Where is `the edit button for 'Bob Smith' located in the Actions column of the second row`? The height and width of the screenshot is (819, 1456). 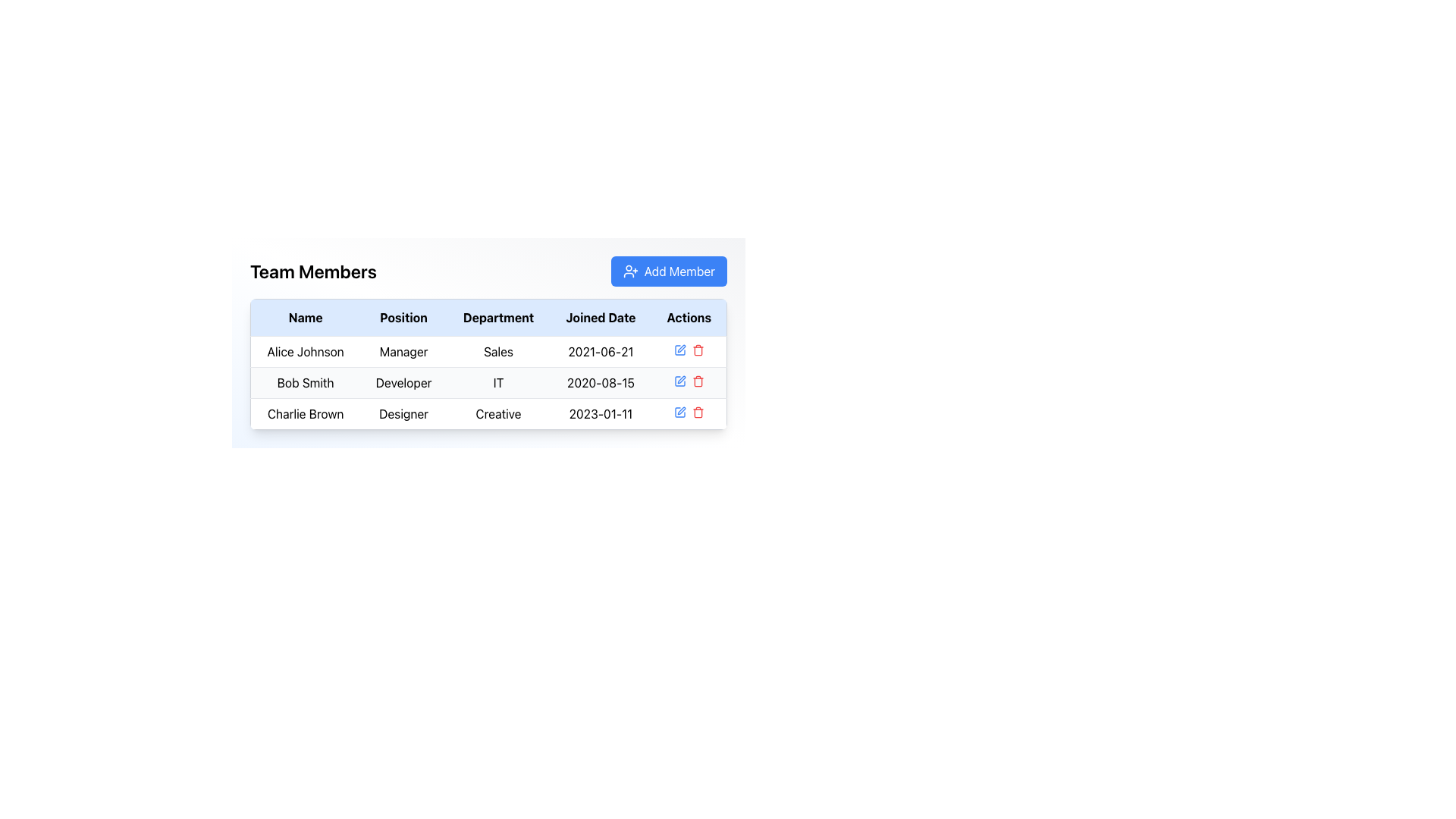 the edit button for 'Bob Smith' located in the Actions column of the second row is located at coordinates (679, 380).